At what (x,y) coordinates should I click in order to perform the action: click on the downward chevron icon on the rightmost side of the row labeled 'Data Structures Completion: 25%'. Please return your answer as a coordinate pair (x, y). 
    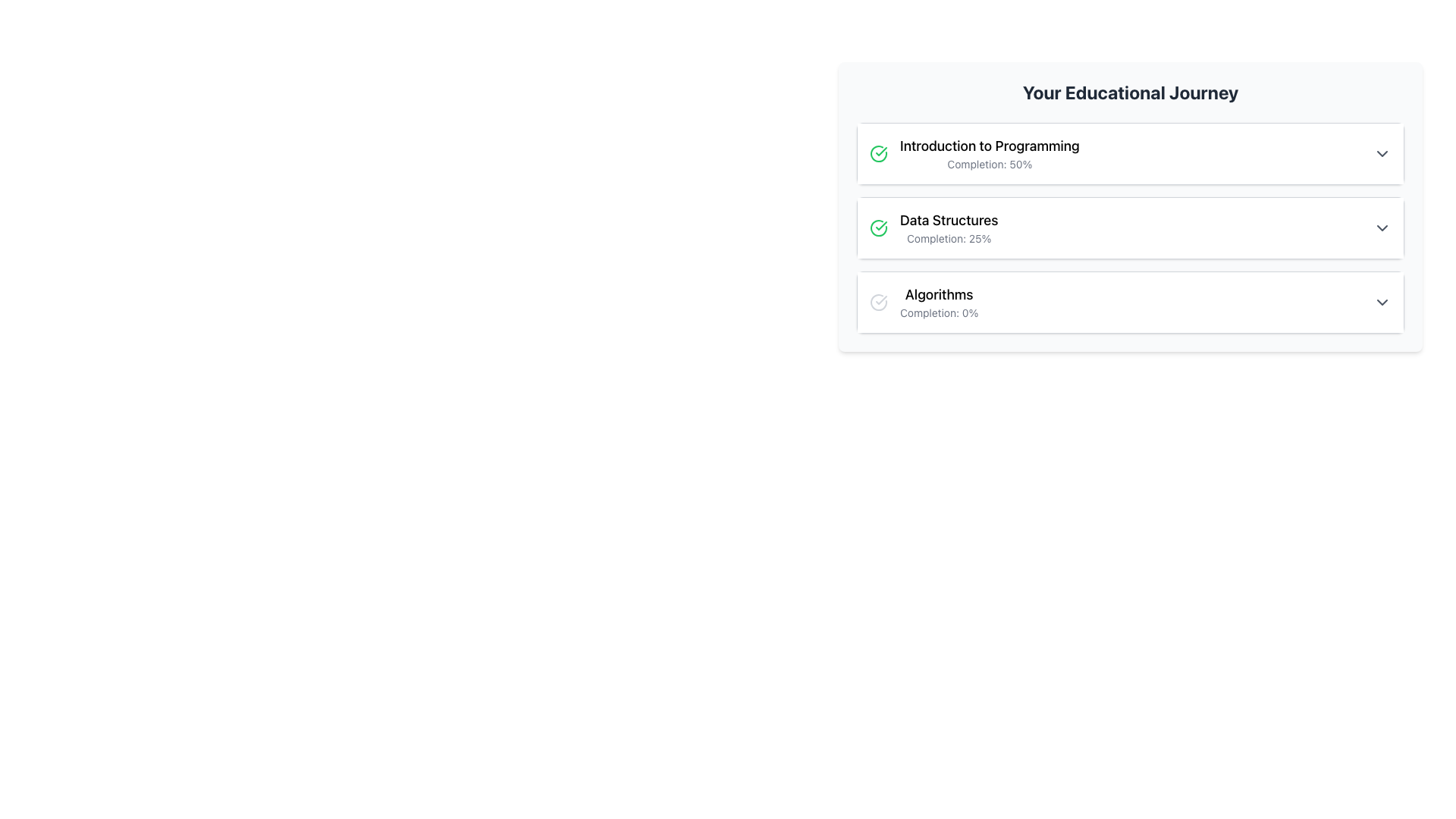
    Looking at the image, I should click on (1382, 227).